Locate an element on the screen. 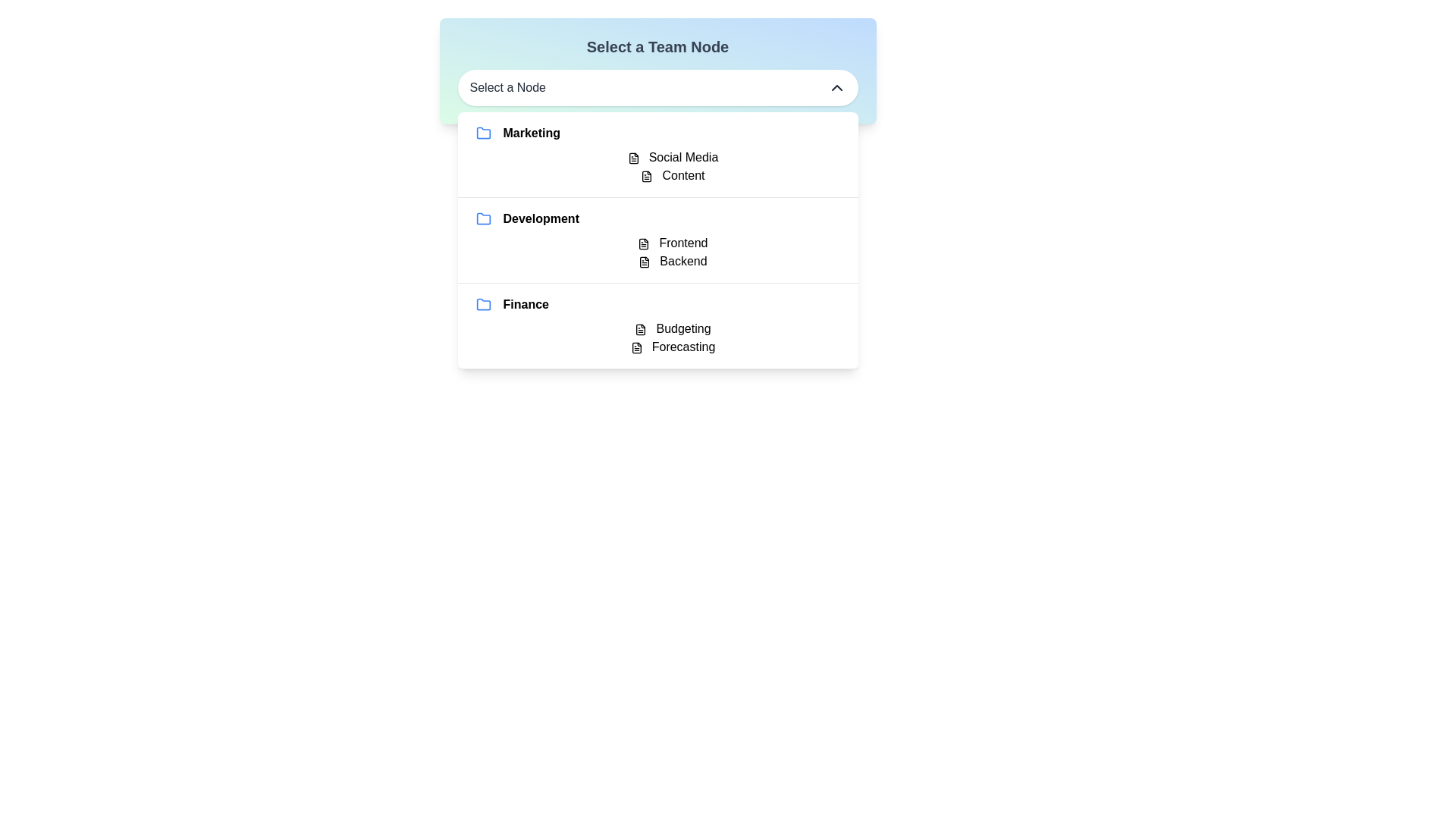  the list item labeled 'Marketing' in the dropdown menu is located at coordinates (657, 155).